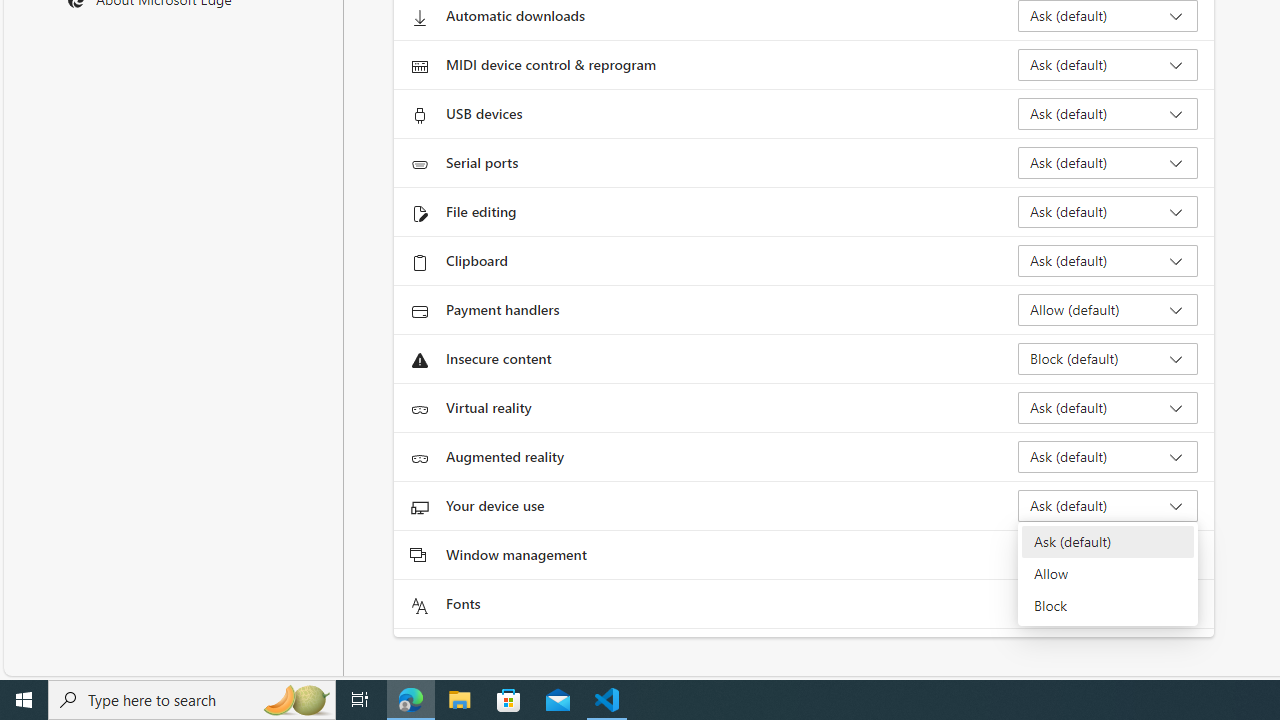 This screenshot has height=720, width=1280. I want to click on 'Block', so click(1106, 604).